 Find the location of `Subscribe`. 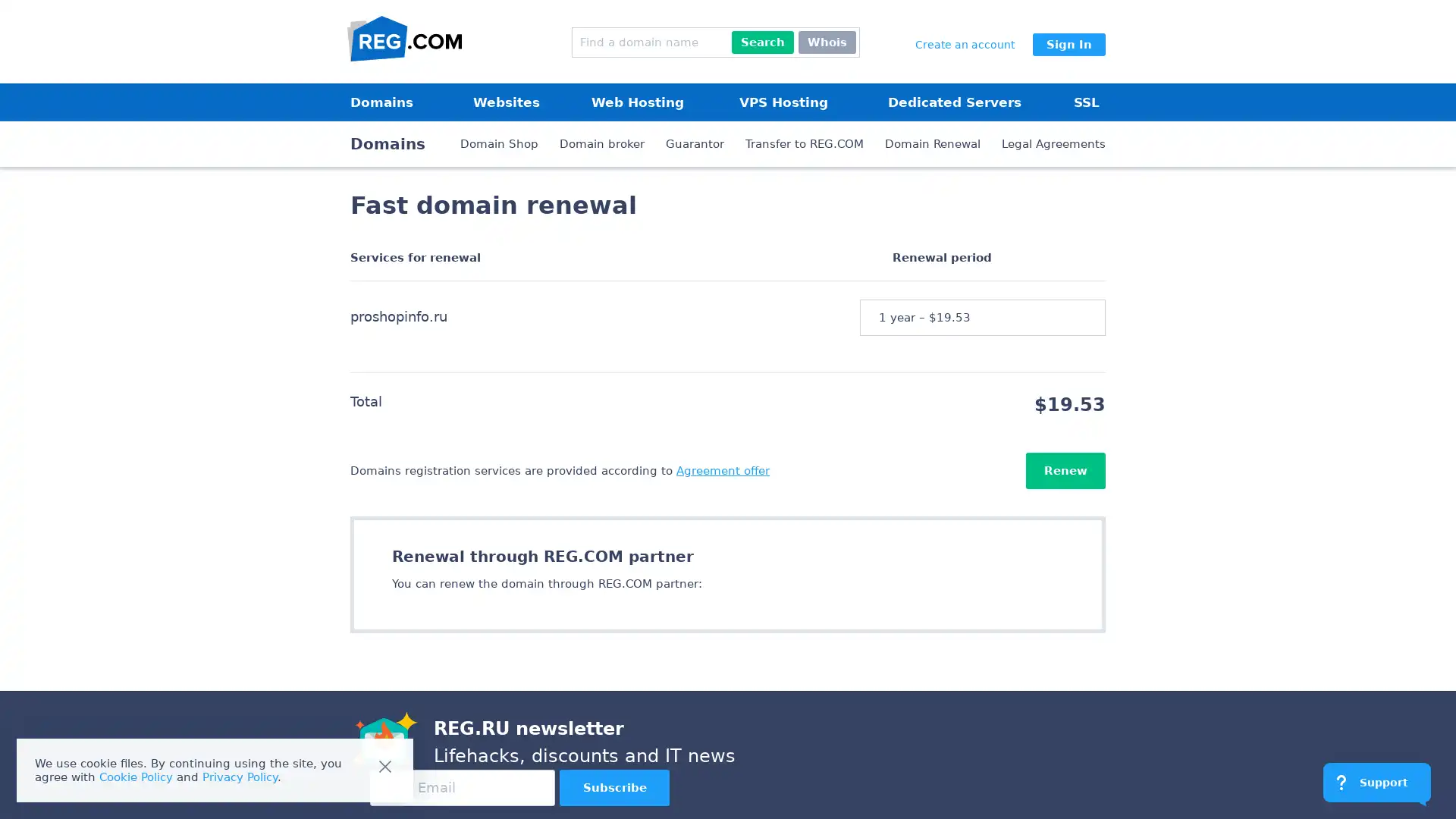

Subscribe is located at coordinates (614, 786).